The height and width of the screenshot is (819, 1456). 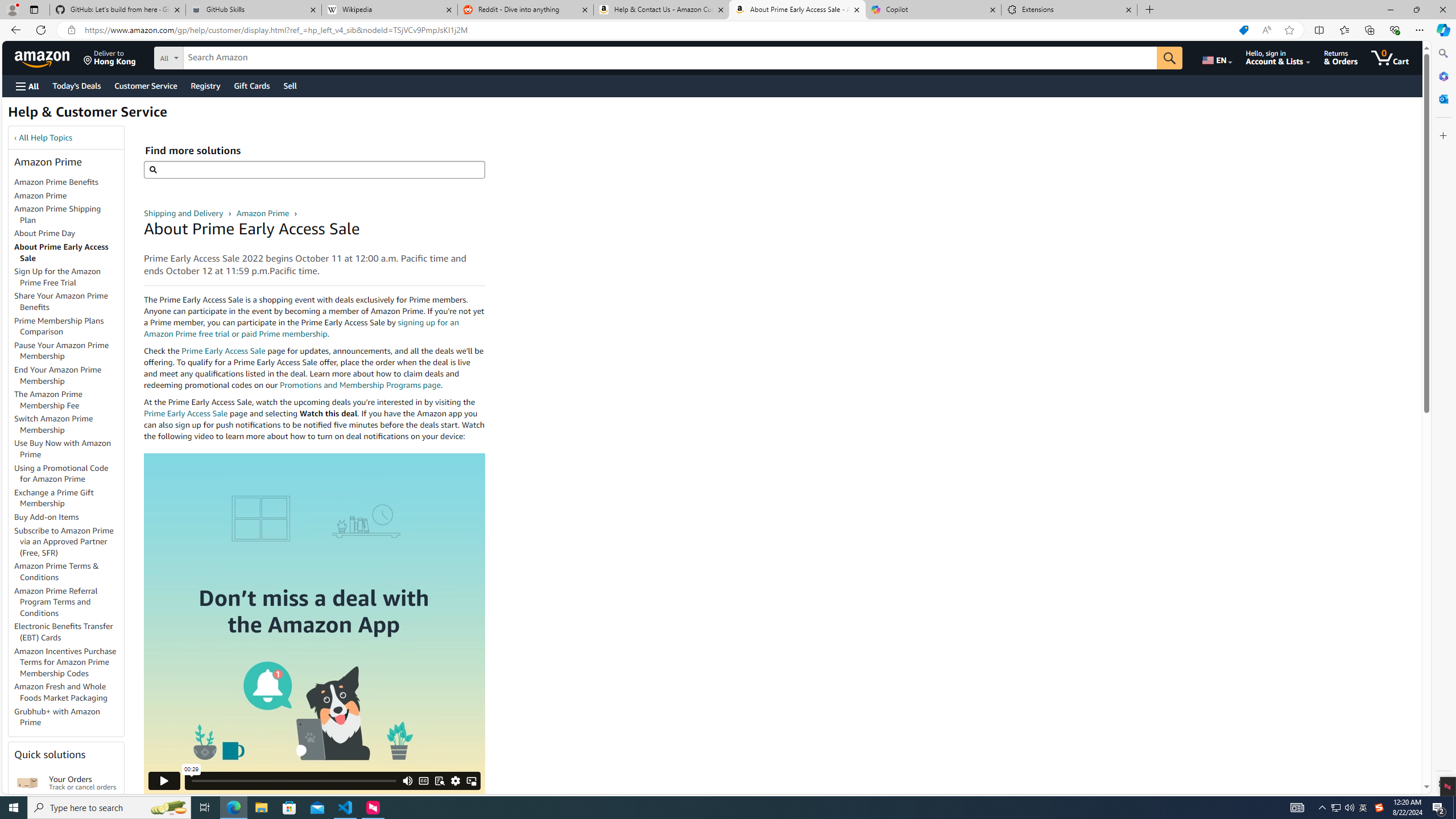 What do you see at coordinates (69, 375) in the screenshot?
I see `'End Your Amazon Prime Membership'` at bounding box center [69, 375].